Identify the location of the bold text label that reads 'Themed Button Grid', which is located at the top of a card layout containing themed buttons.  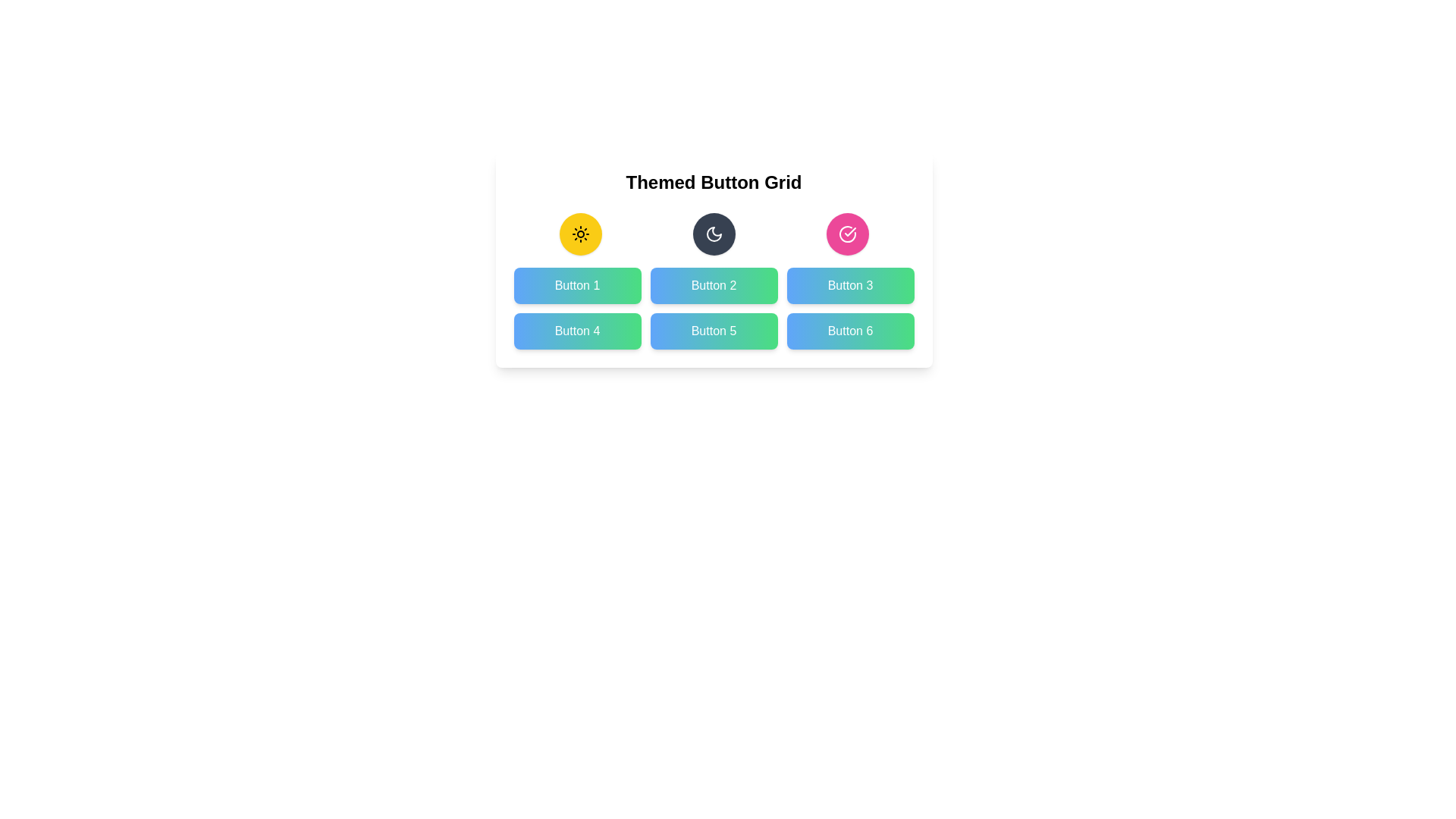
(713, 181).